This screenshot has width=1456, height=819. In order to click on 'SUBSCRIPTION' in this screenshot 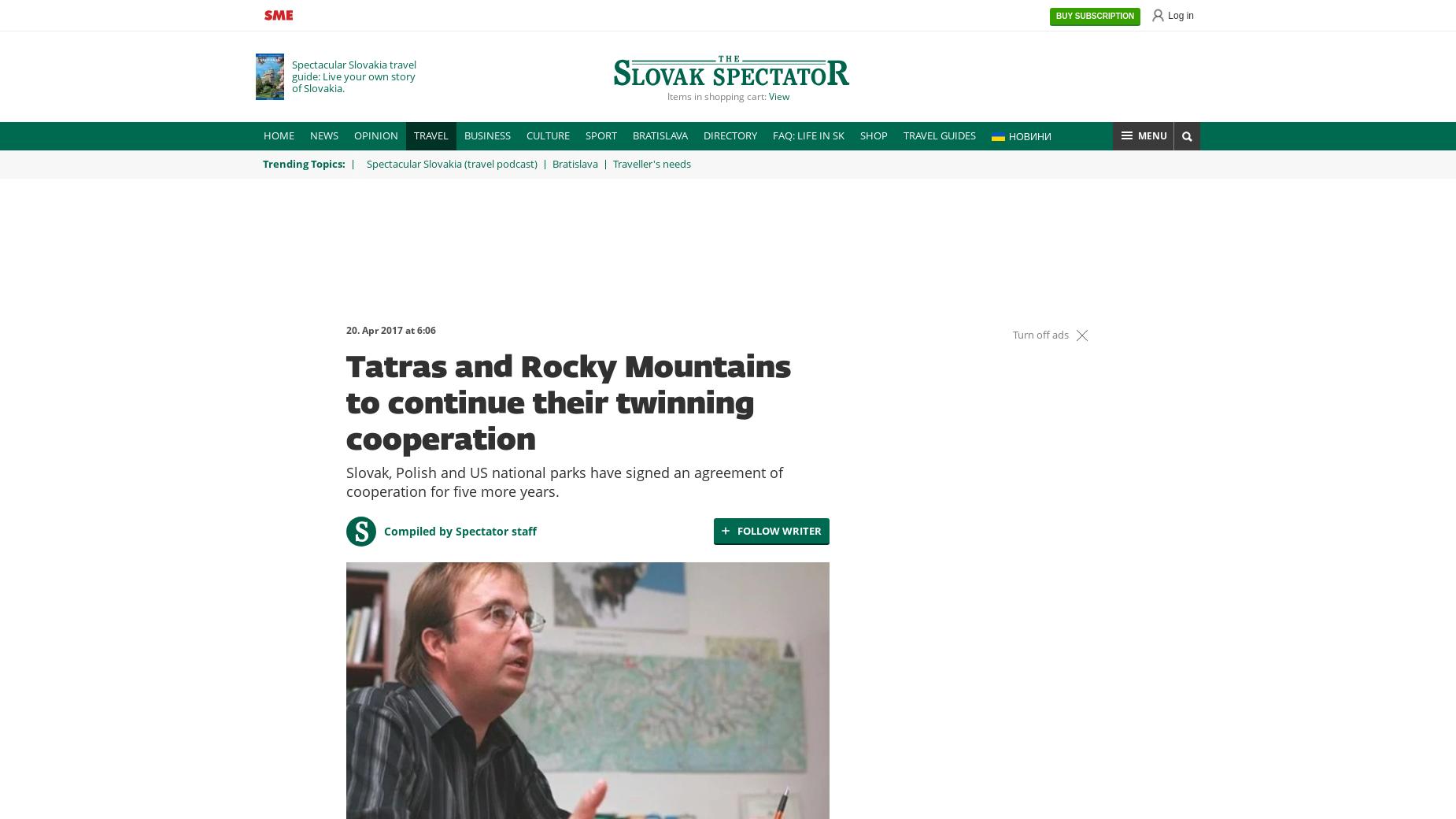, I will do `click(1104, 15)`.